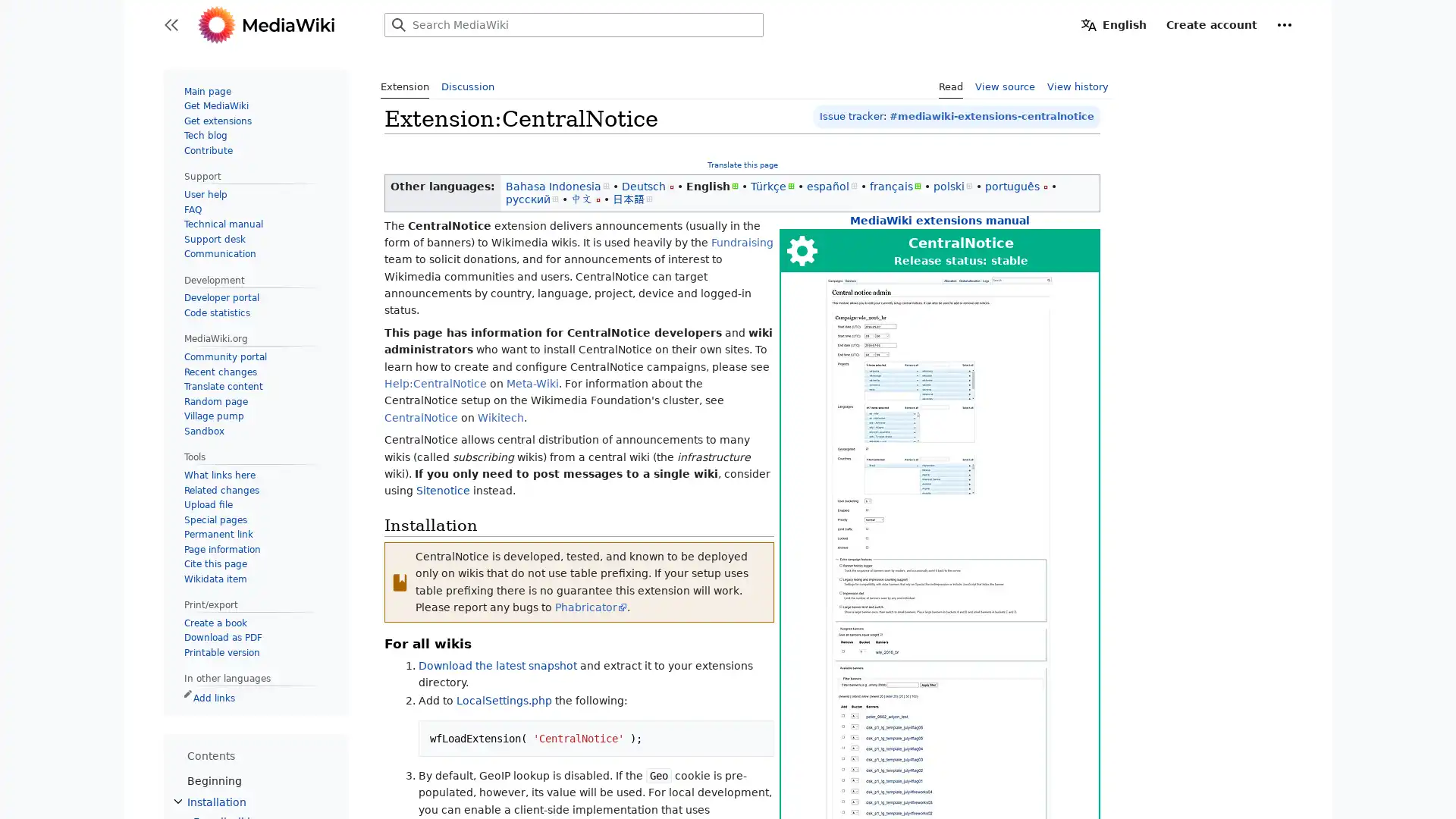  What do you see at coordinates (178, 800) in the screenshot?
I see `Toggle Installation subsection` at bounding box center [178, 800].